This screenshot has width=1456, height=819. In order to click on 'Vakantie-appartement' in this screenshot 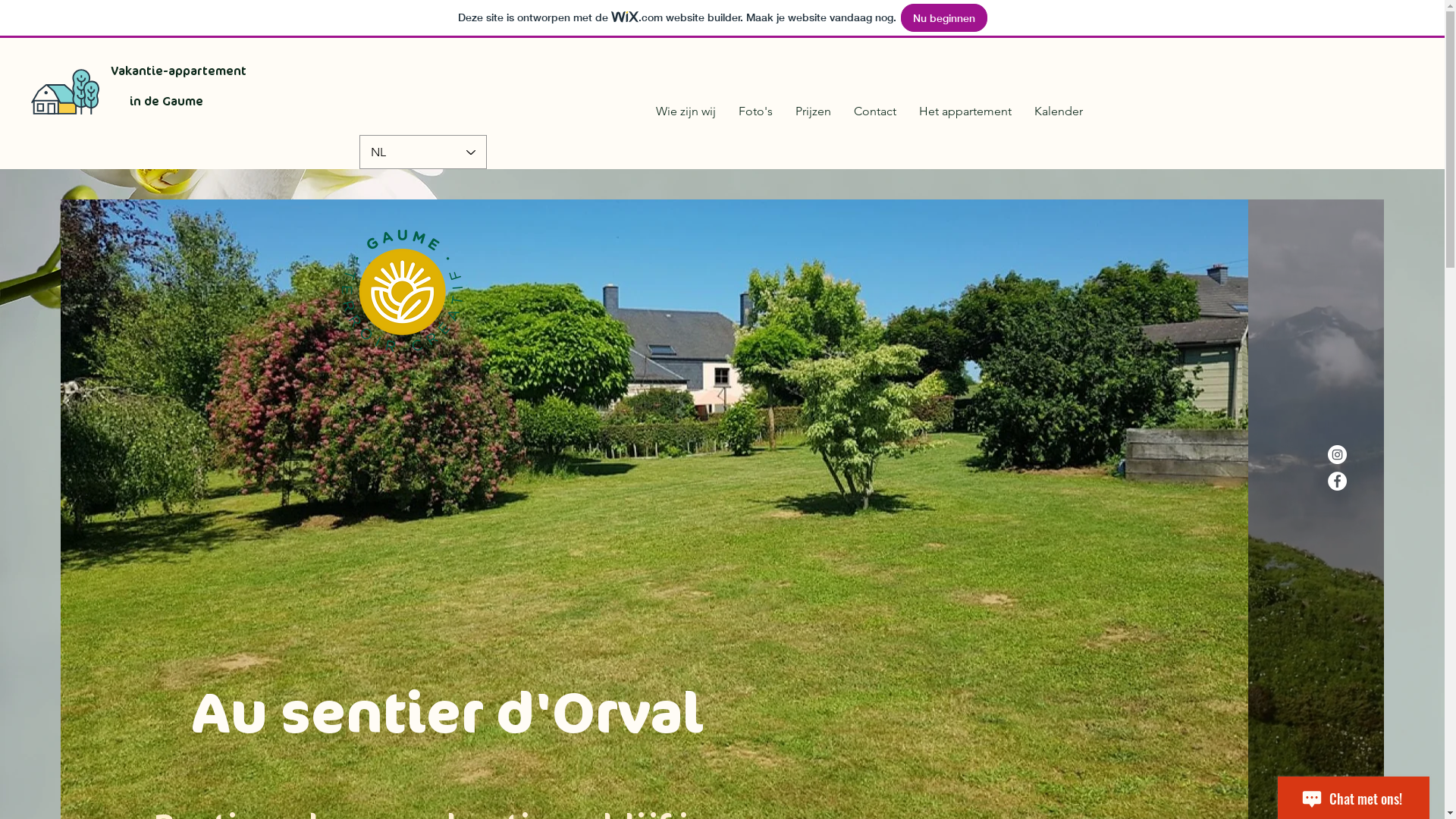, I will do `click(178, 71)`.